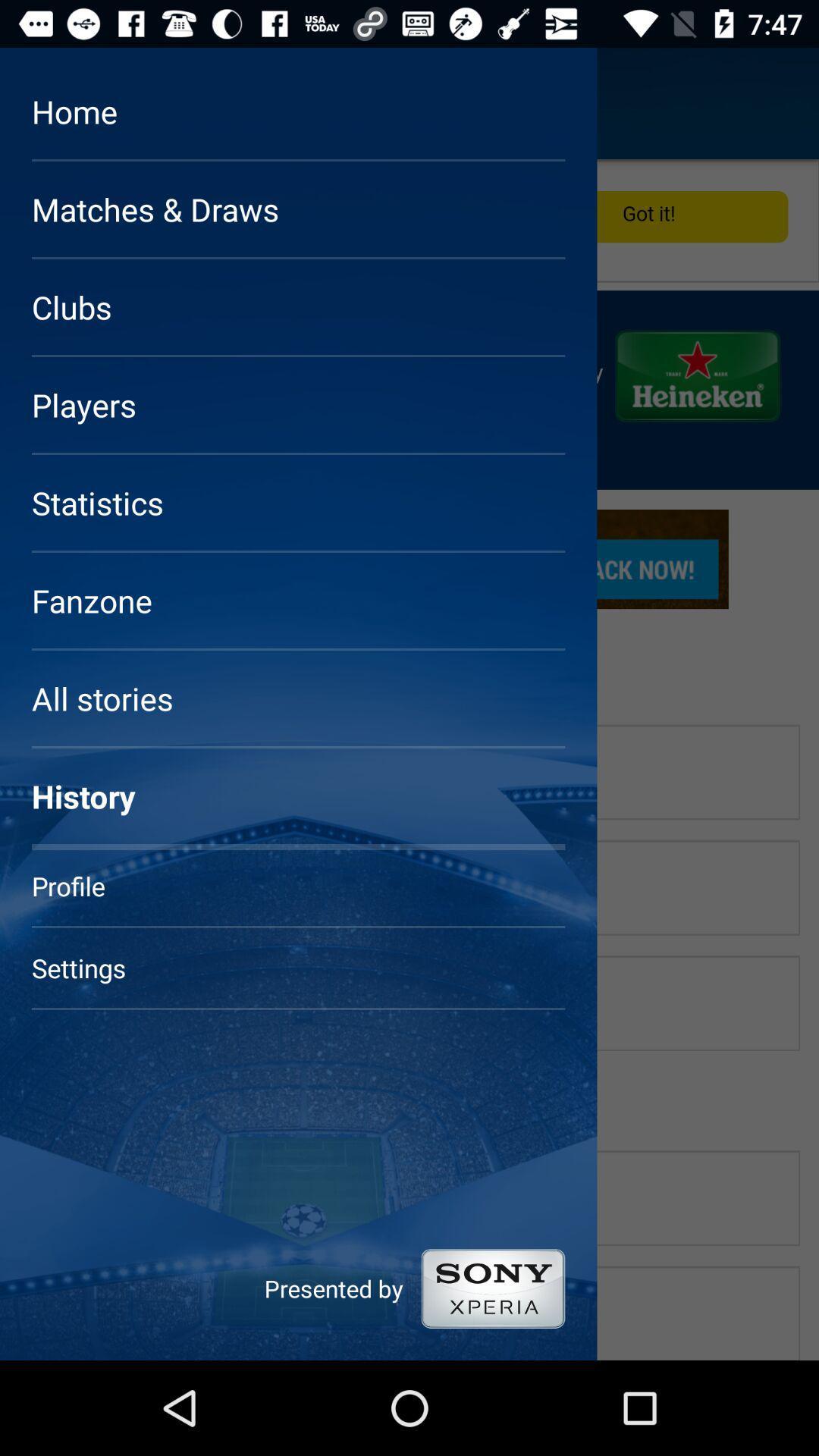 Image resolution: width=819 pixels, height=1456 pixels. I want to click on main image screen, so click(409, 760).